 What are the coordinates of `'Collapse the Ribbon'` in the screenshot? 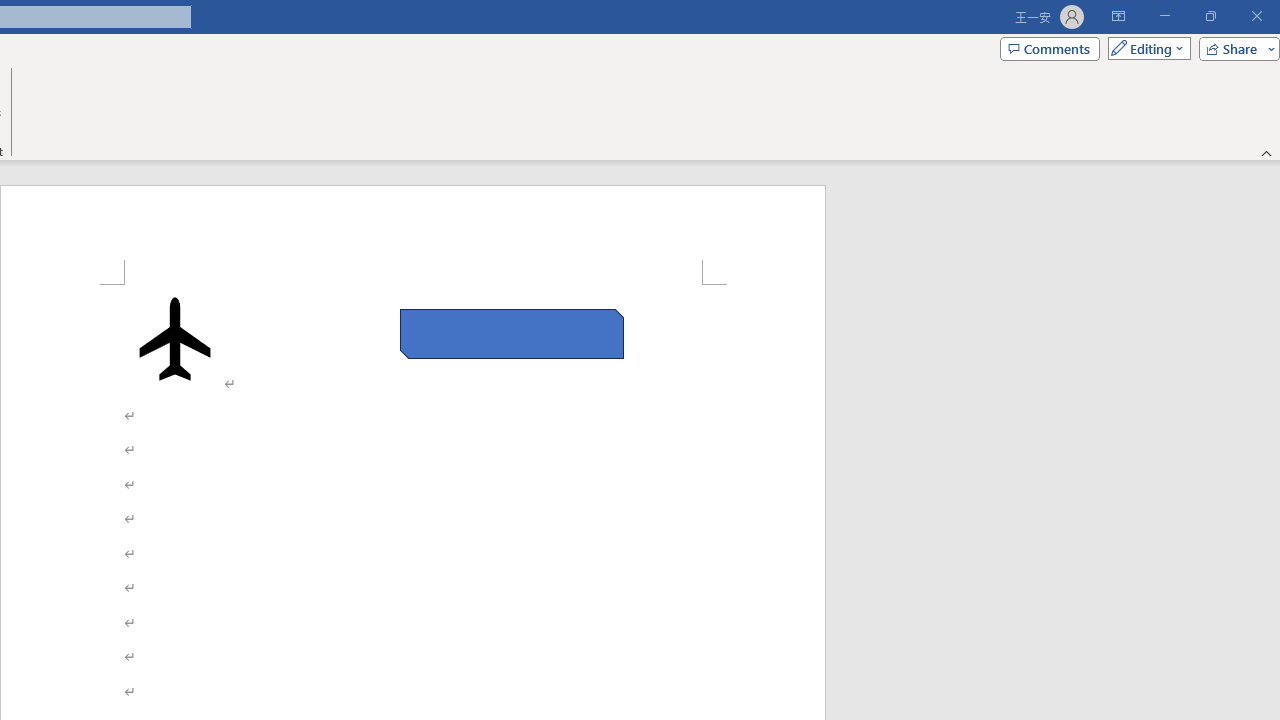 It's located at (1266, 152).